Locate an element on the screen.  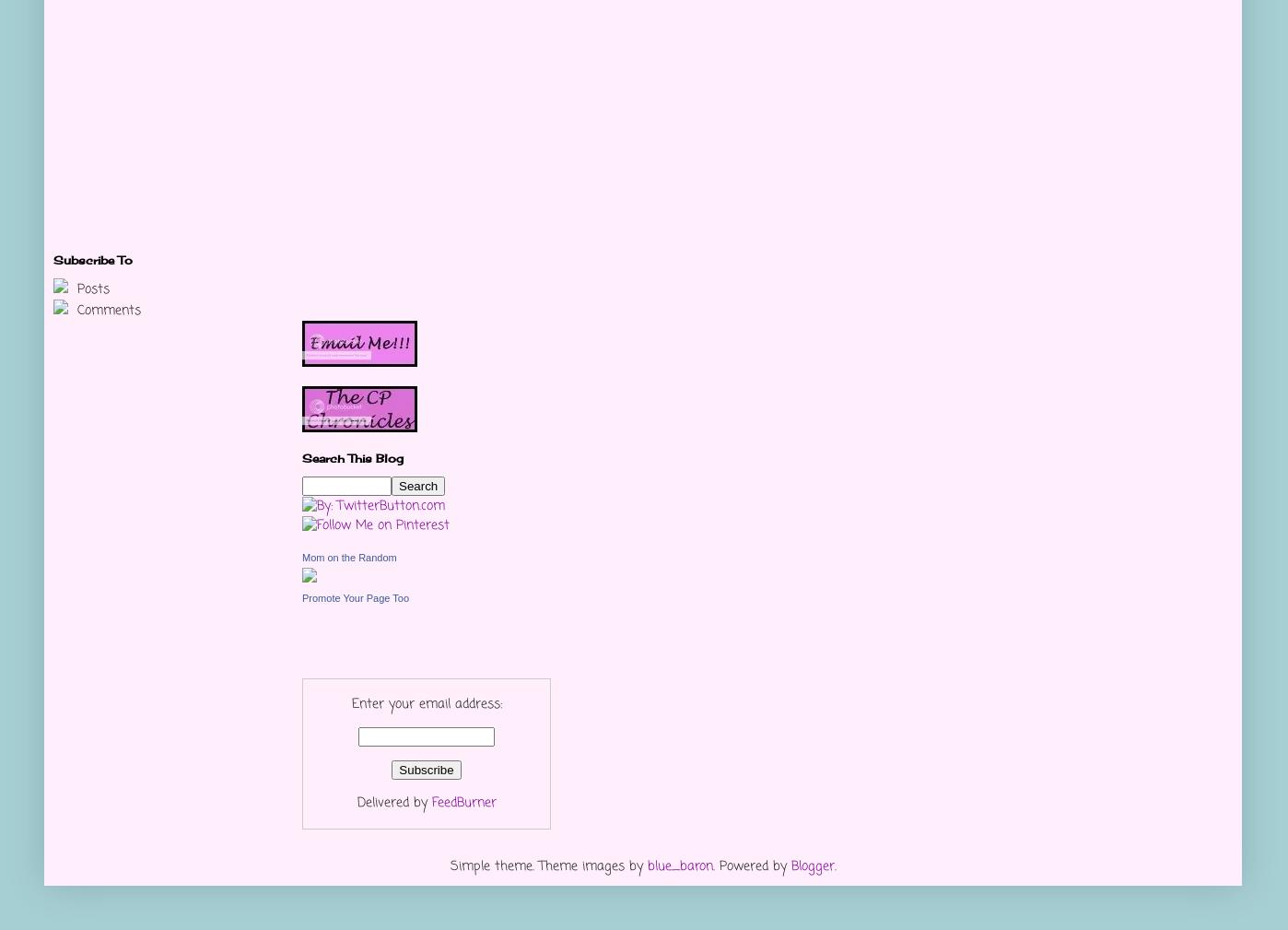
'Blogger' is located at coordinates (812, 866).